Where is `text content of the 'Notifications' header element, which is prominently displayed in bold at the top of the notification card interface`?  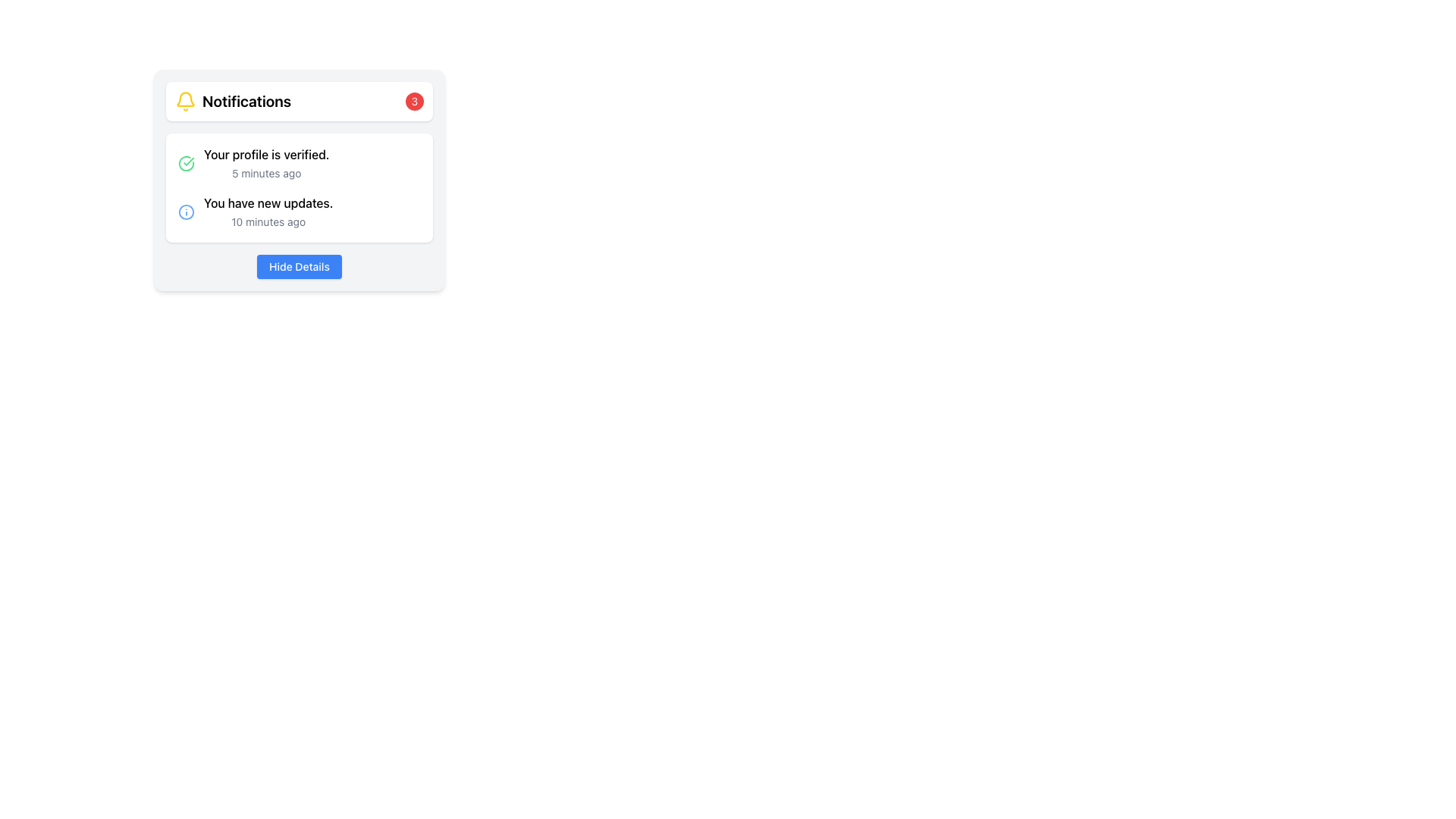 text content of the 'Notifications' header element, which is prominently displayed in bold at the top of the notification card interface is located at coordinates (246, 102).